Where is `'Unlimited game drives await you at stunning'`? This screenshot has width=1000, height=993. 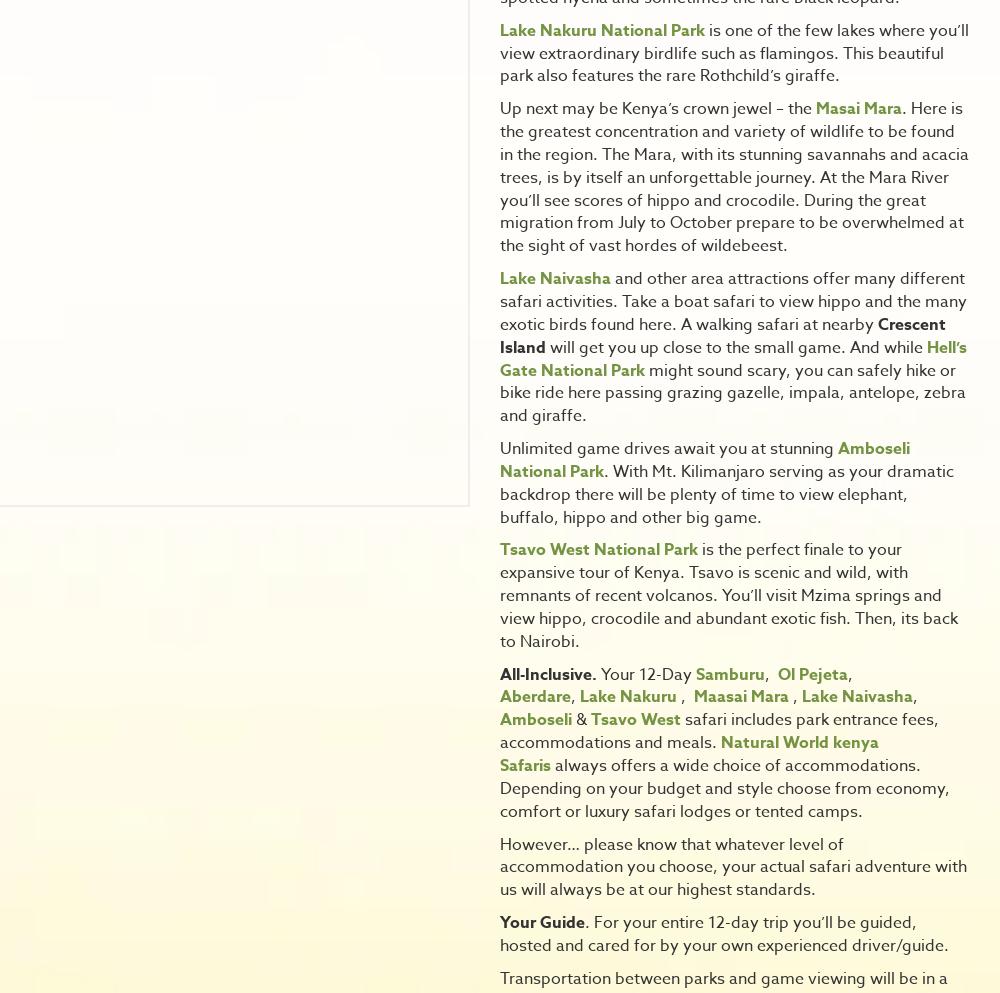
'Unlimited game drives await you at stunning' is located at coordinates (500, 449).